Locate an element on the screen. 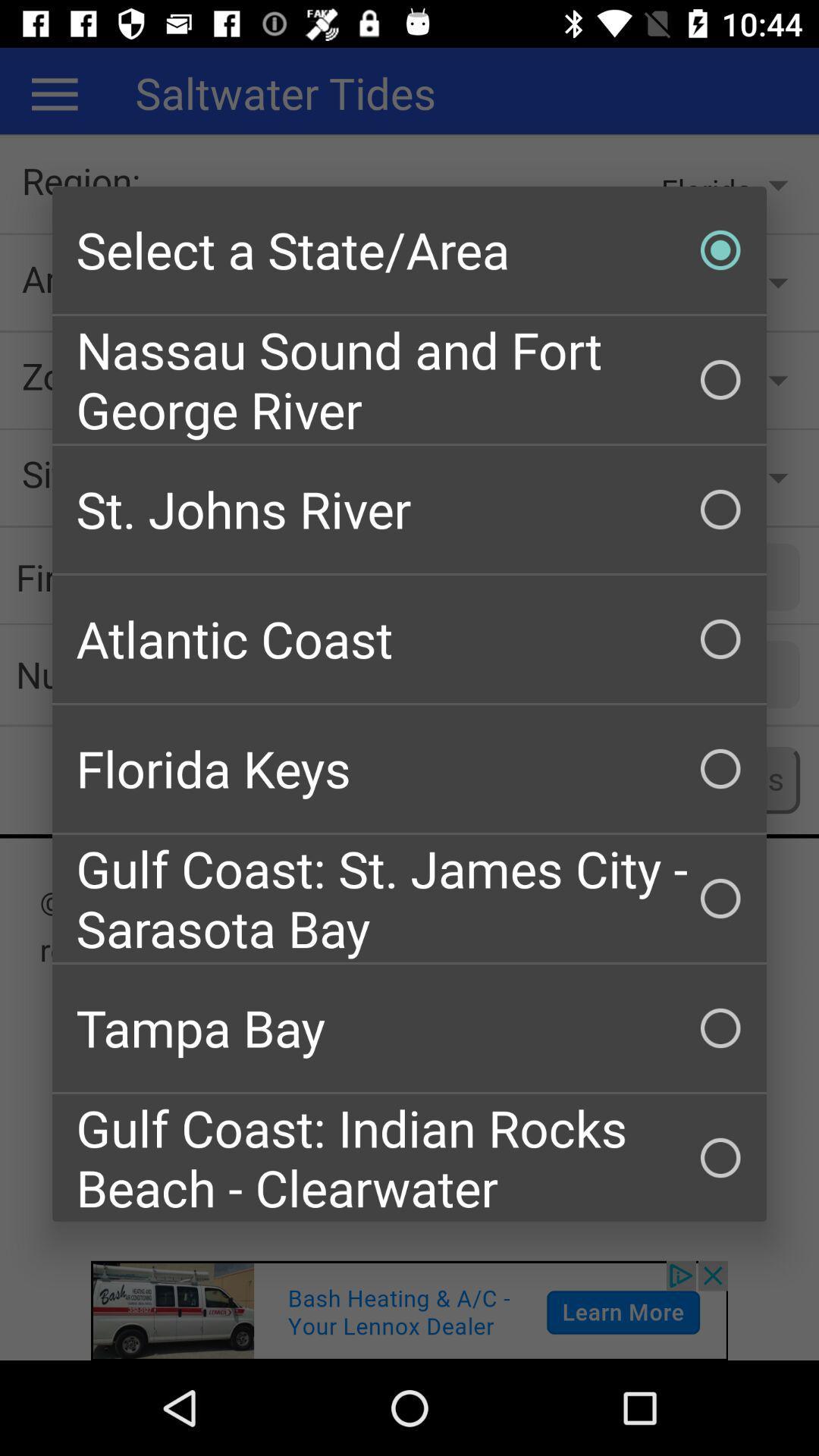 The image size is (819, 1456). item above gulf coast st is located at coordinates (409, 768).